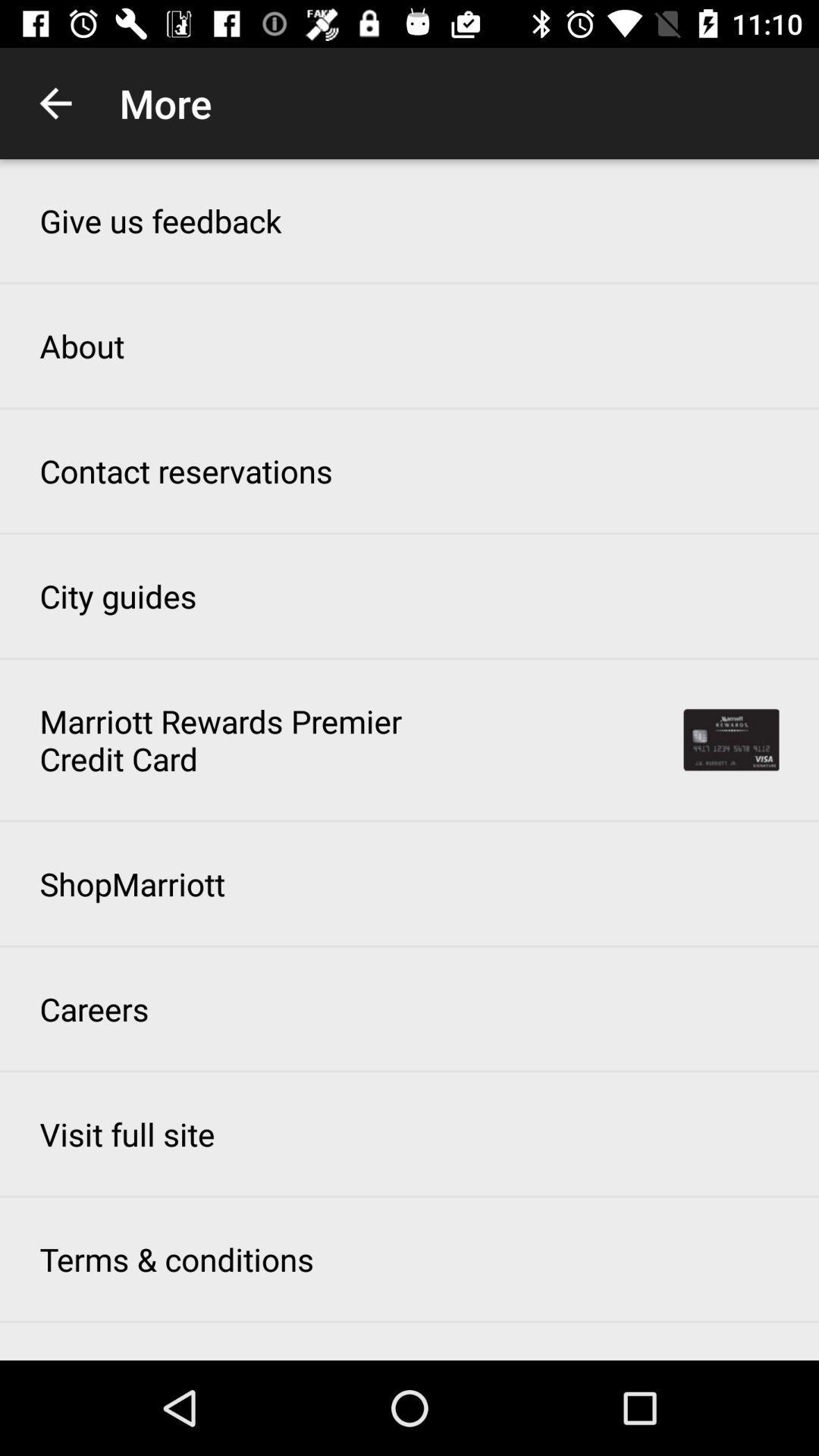  What do you see at coordinates (131, 883) in the screenshot?
I see `shopmarriott` at bounding box center [131, 883].